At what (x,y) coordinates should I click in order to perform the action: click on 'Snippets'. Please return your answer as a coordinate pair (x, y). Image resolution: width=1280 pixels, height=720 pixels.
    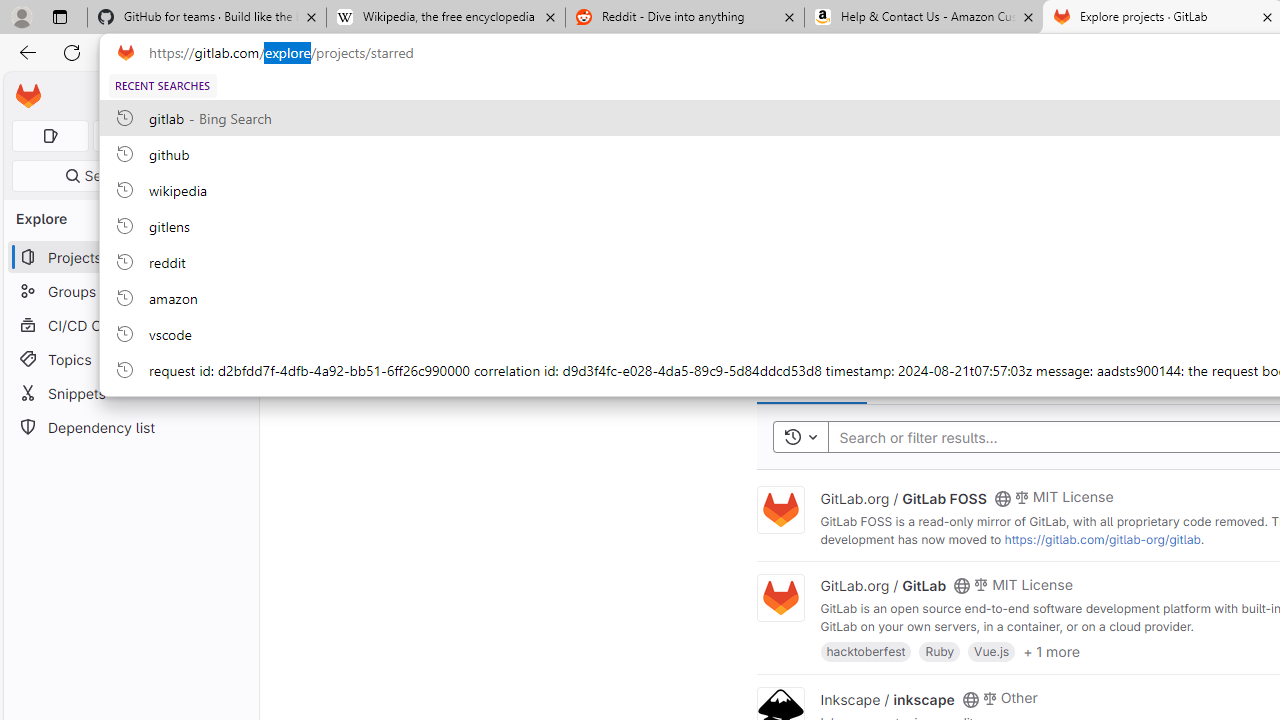
    Looking at the image, I should click on (130, 393).